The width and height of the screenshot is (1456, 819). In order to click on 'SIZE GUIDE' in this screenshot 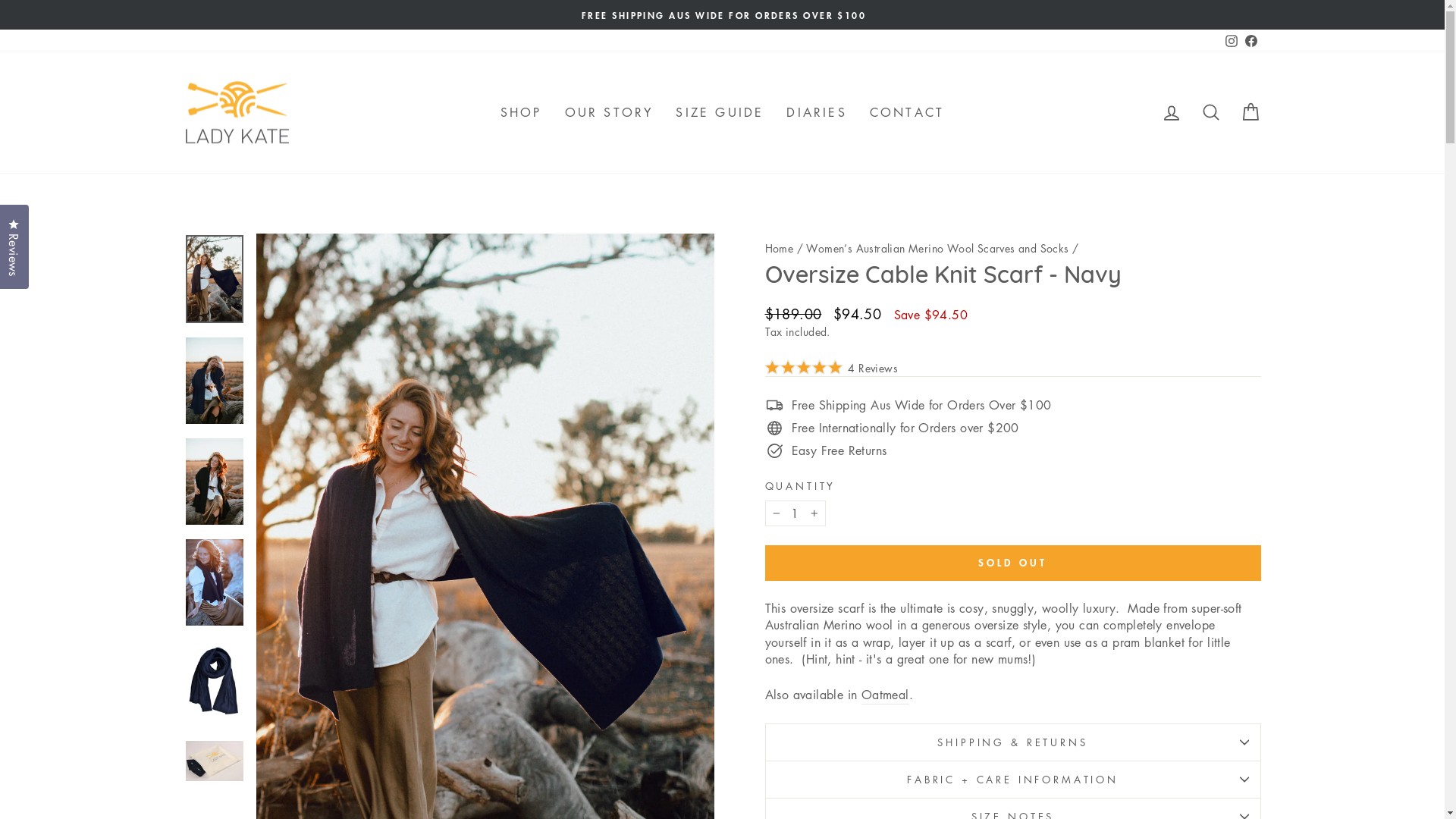, I will do `click(719, 111)`.